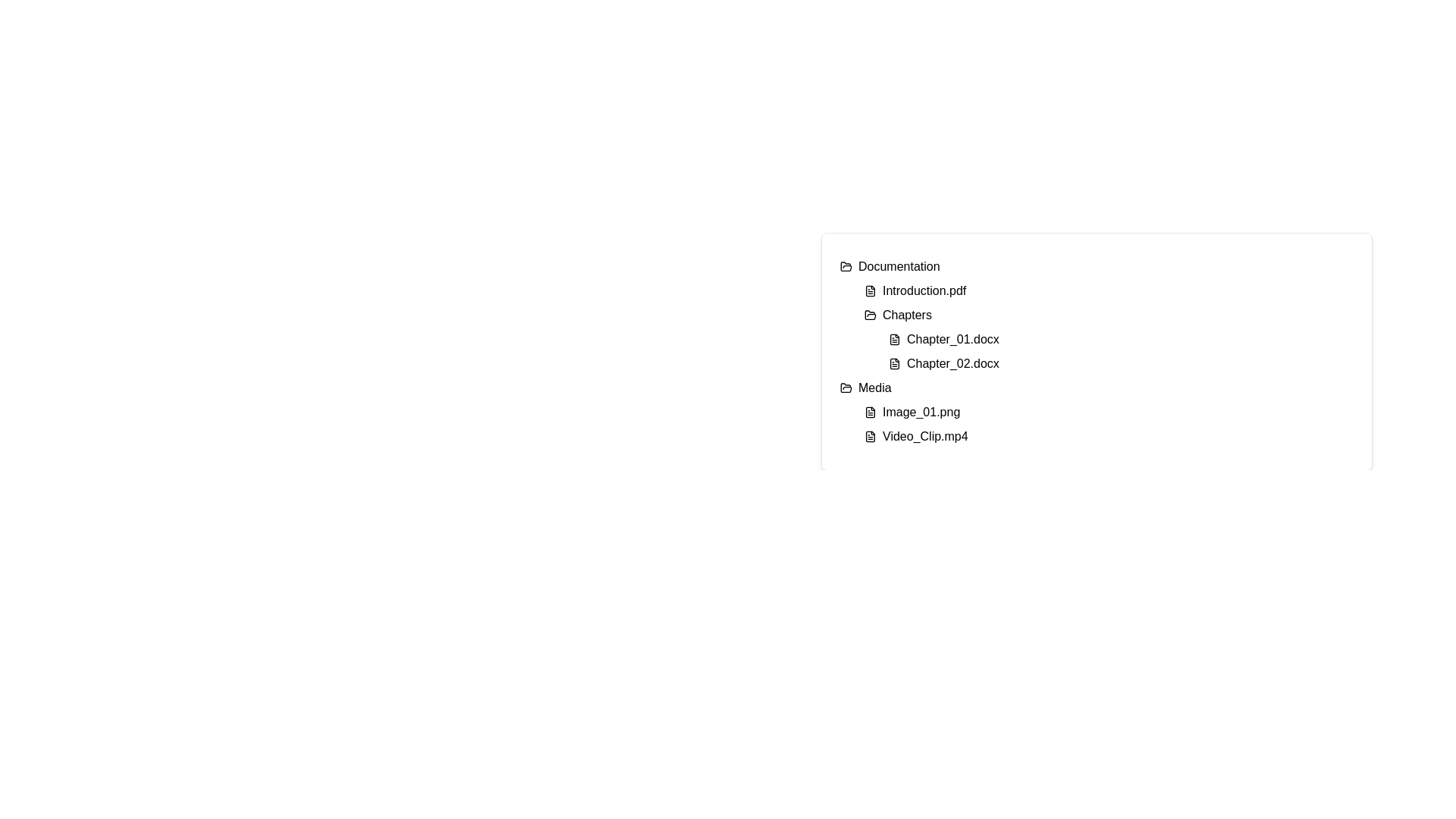 Image resolution: width=1456 pixels, height=819 pixels. Describe the element at coordinates (870, 436) in the screenshot. I see `the document icon vector graphic located in the right panel of the file structure interface` at that location.